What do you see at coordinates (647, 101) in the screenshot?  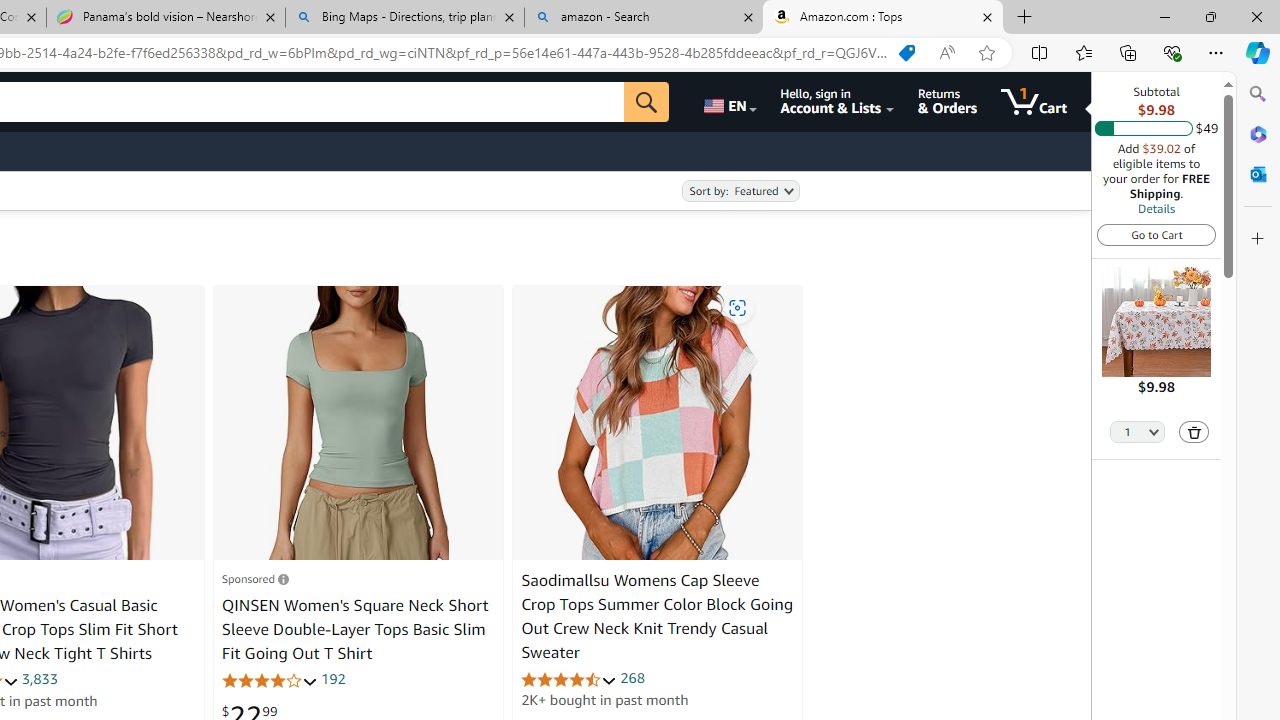 I see `'Go'` at bounding box center [647, 101].